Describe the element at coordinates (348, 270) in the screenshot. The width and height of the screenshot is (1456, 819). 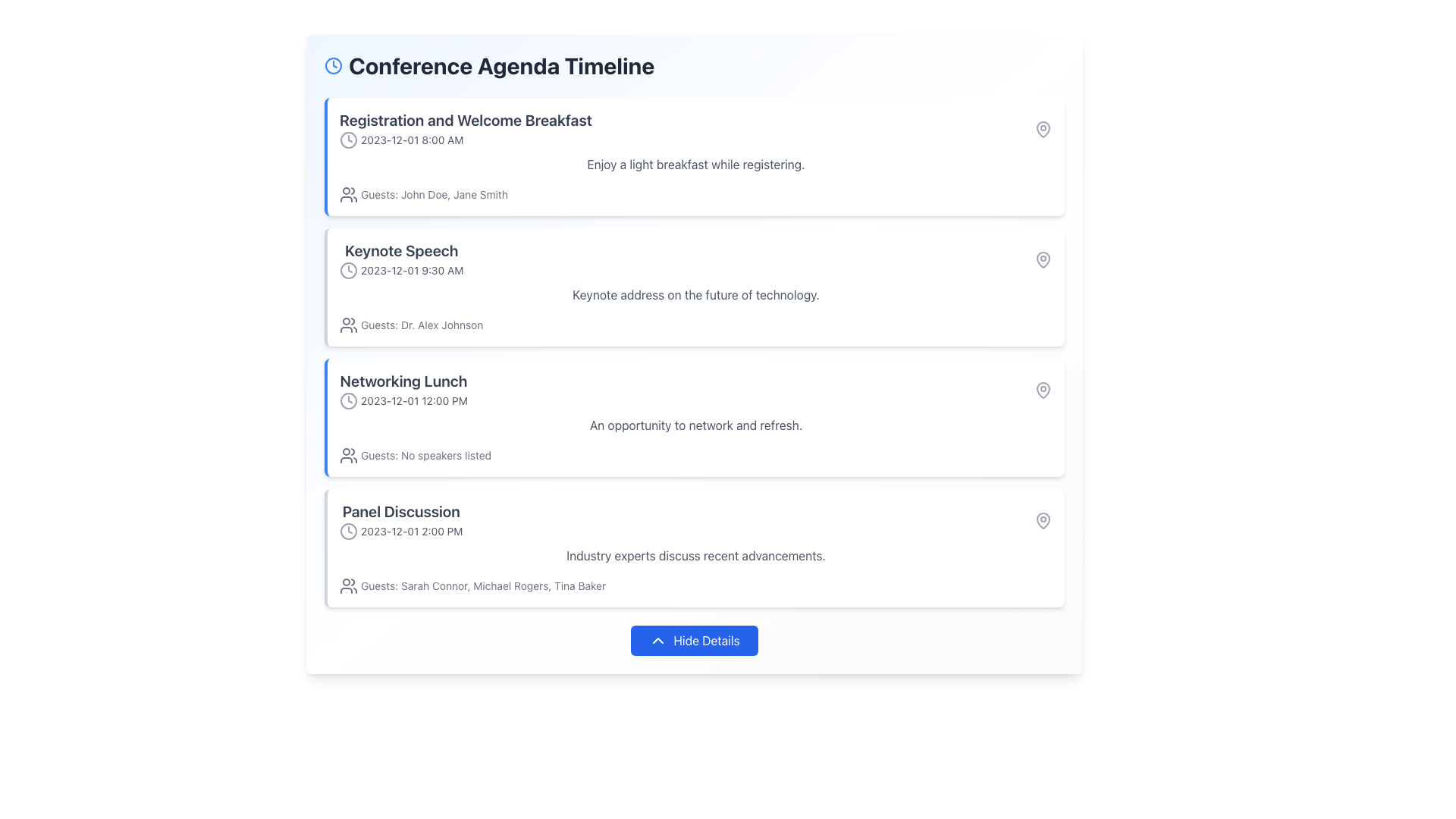
I see `the clock face represented by the SVG circle in the 'Keynote Speech' section of the agenda` at that location.